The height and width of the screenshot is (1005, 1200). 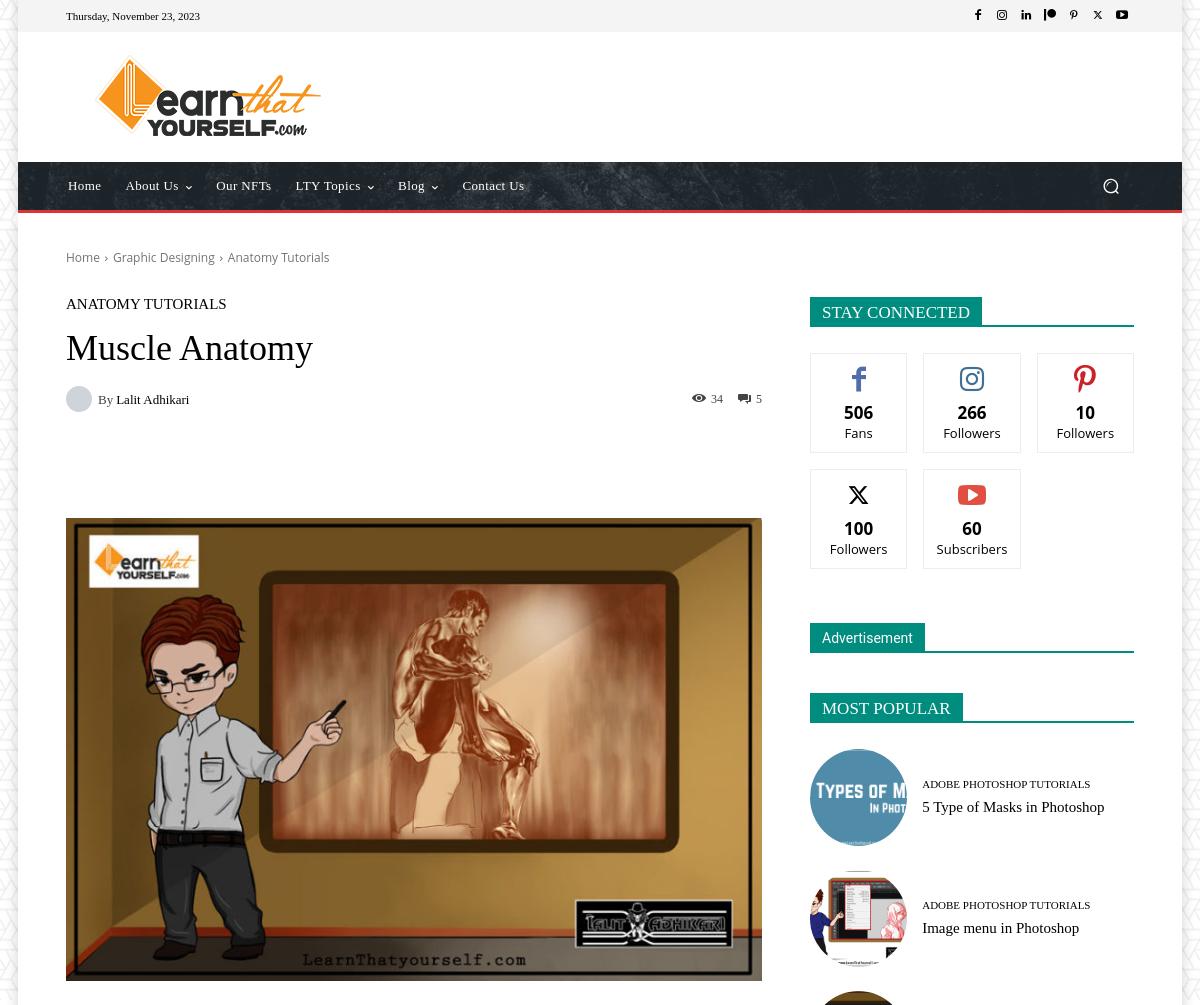 I want to click on 'Blog', so click(x=411, y=184).